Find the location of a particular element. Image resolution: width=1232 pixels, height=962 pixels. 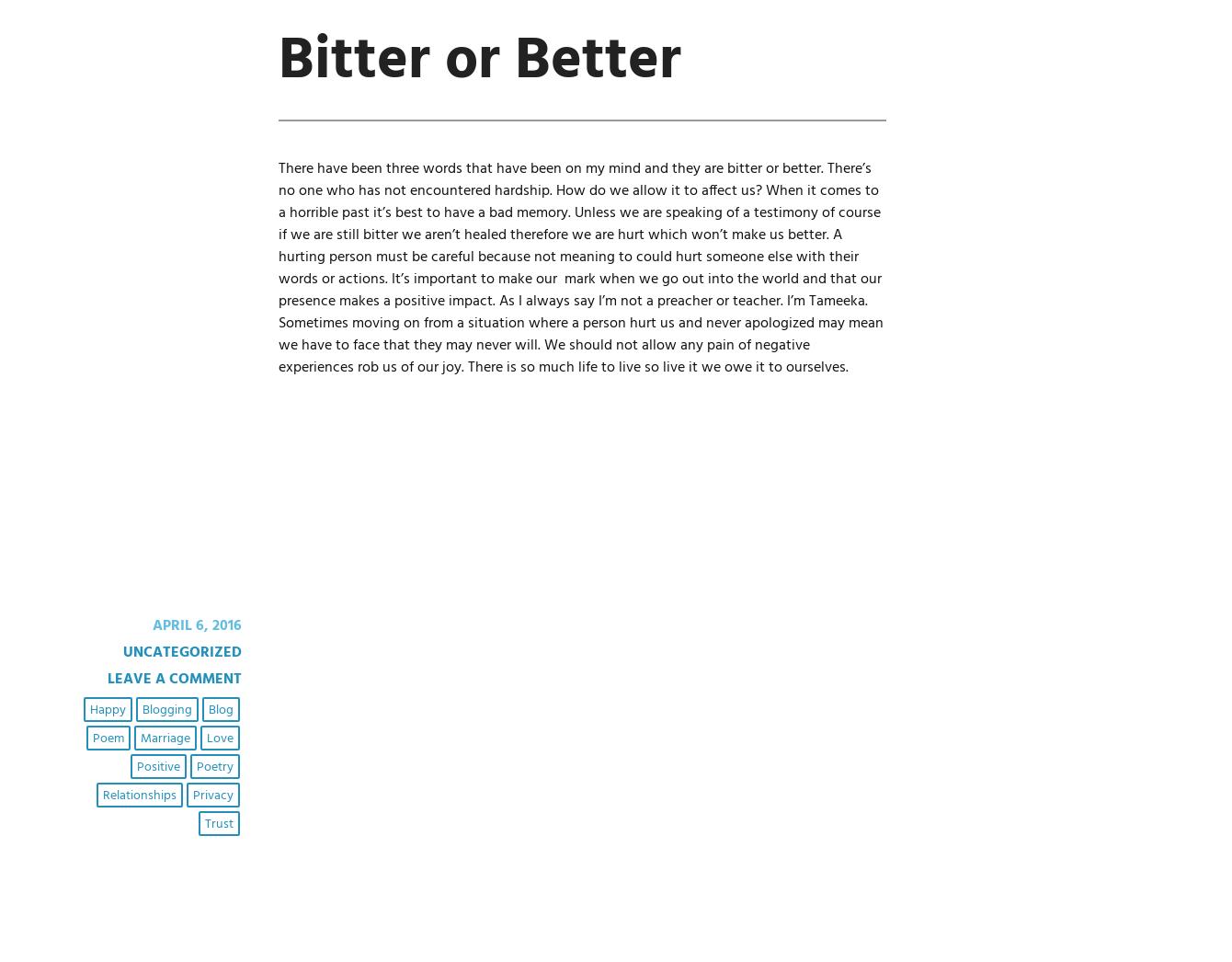

'positive' is located at coordinates (156, 766).